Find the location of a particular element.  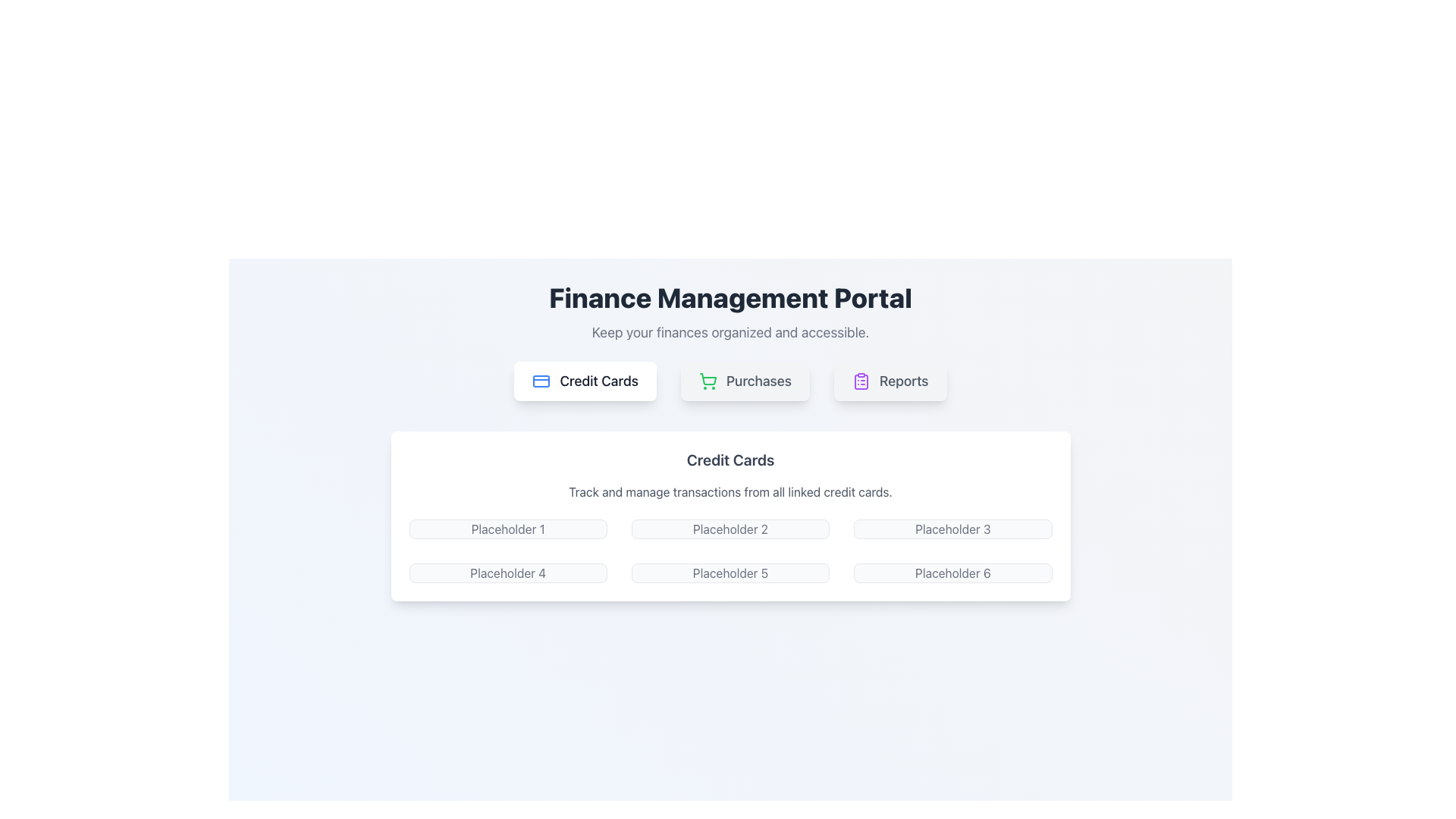

the functionalities linked within the 'Credit Cards' section, which features a bold header and interactive placeholders arranged in a grid layout is located at coordinates (730, 516).